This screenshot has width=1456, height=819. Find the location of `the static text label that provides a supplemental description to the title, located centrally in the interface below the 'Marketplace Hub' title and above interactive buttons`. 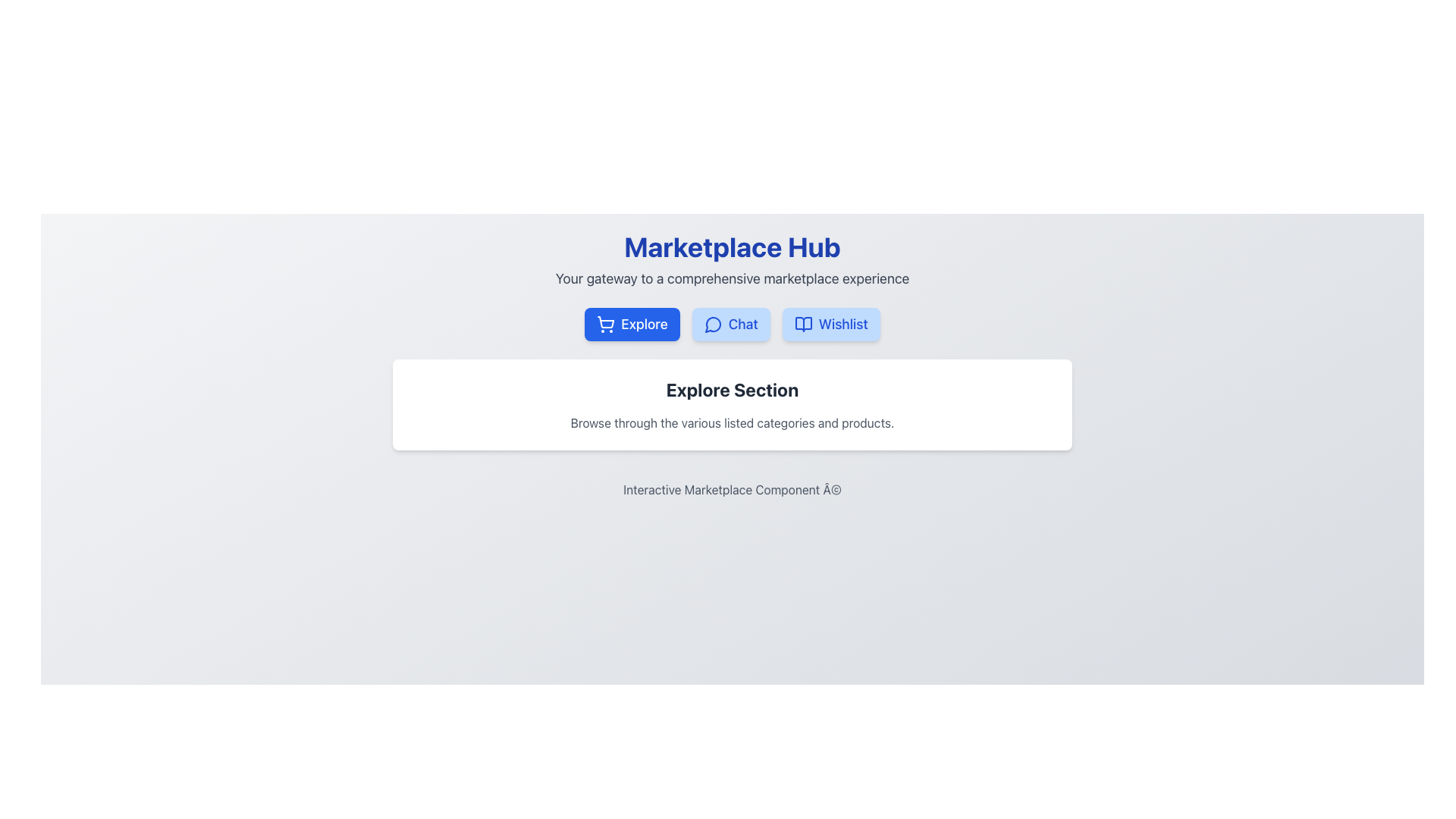

the static text label that provides a supplemental description to the title, located centrally in the interface below the 'Marketplace Hub' title and above interactive buttons is located at coordinates (732, 278).